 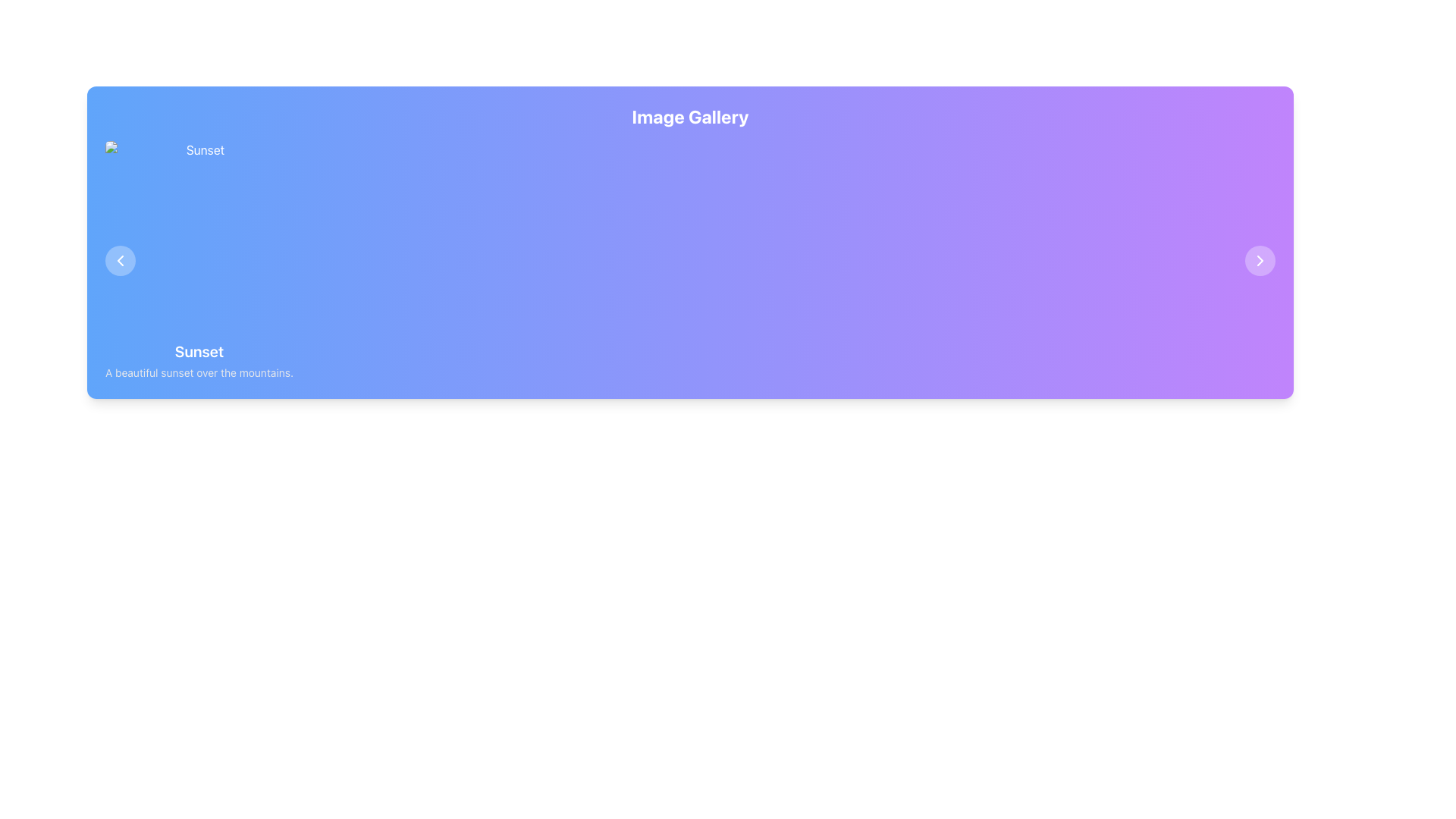 What do you see at coordinates (119, 259) in the screenshot?
I see `the circular button with a semi-transparent white background and a left-facing chevron icon` at bounding box center [119, 259].